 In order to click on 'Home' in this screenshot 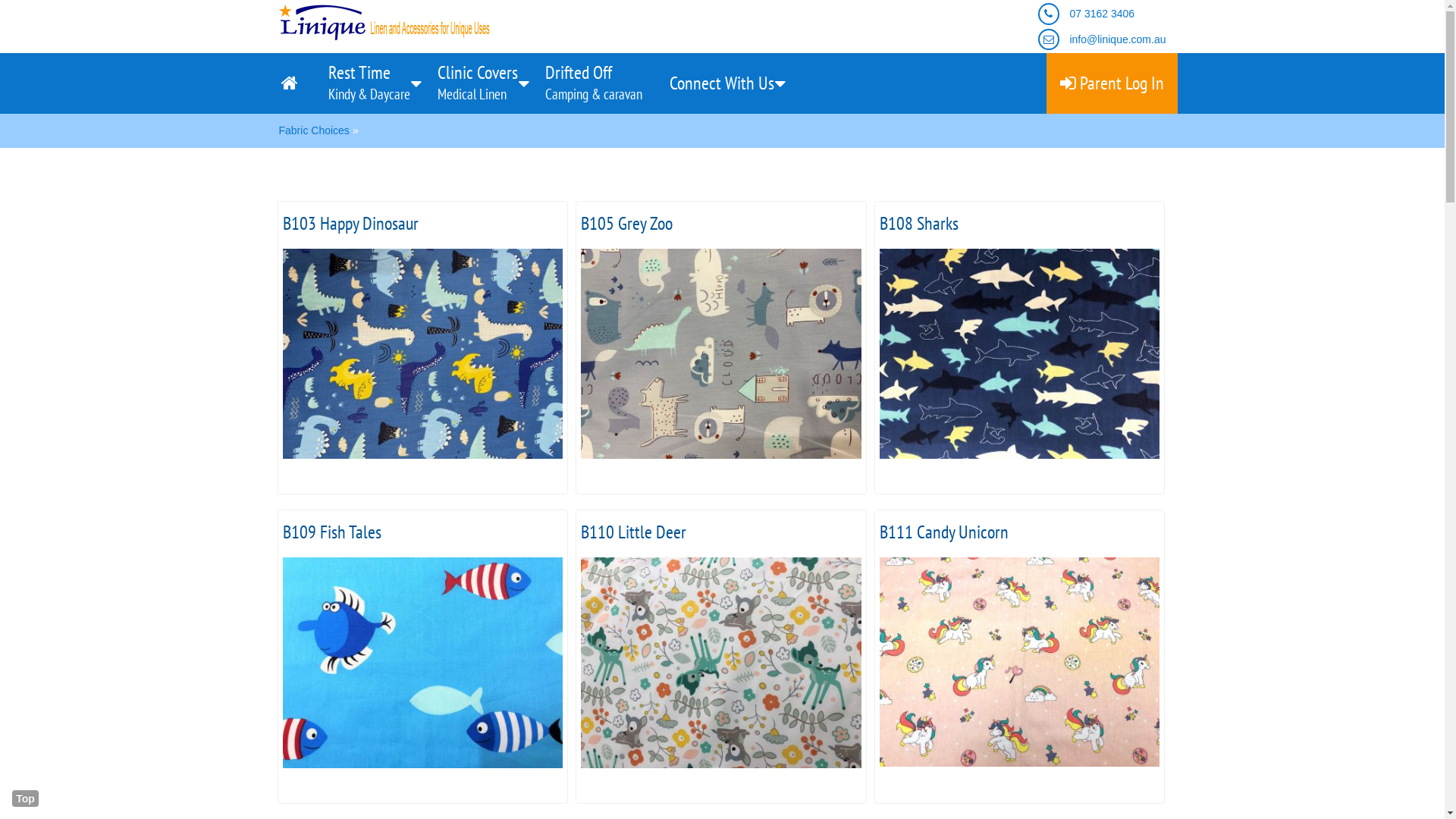, I will do `click(290, 83)`.